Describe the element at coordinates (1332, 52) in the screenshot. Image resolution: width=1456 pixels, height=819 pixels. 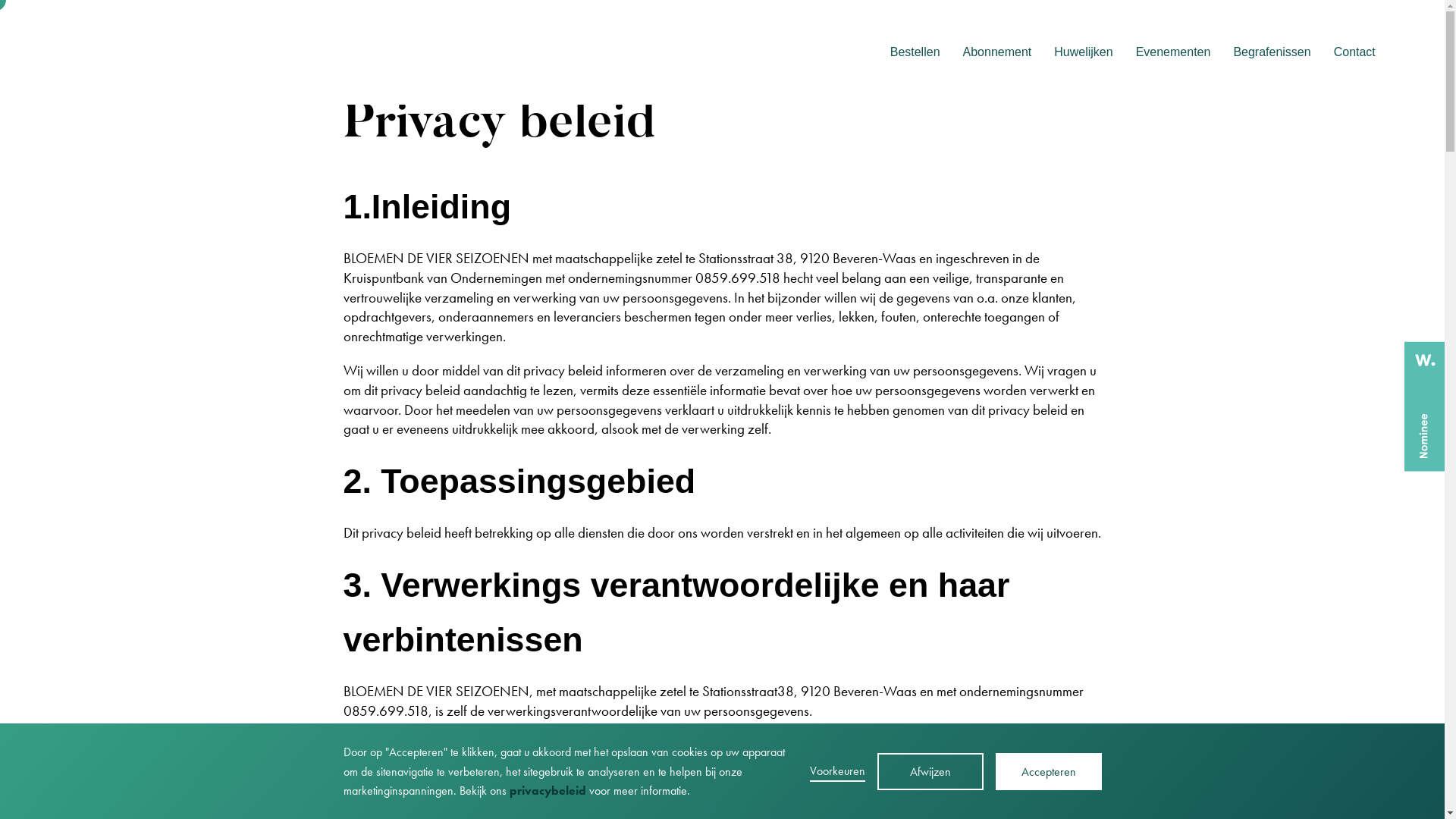
I see `'Contact'` at that location.